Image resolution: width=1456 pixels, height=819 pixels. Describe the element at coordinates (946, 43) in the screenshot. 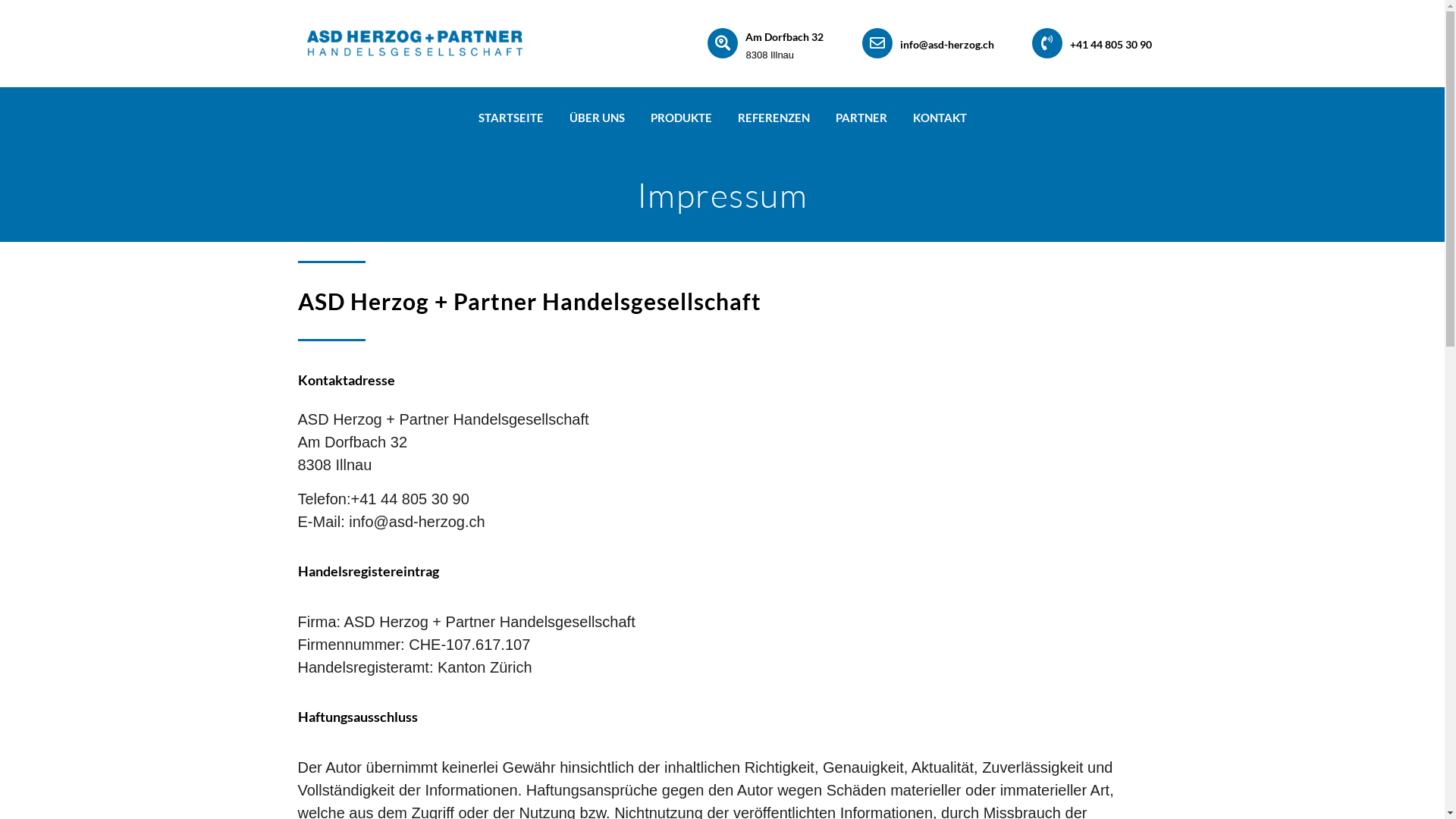

I see `'info@asd-herzog.ch'` at that location.